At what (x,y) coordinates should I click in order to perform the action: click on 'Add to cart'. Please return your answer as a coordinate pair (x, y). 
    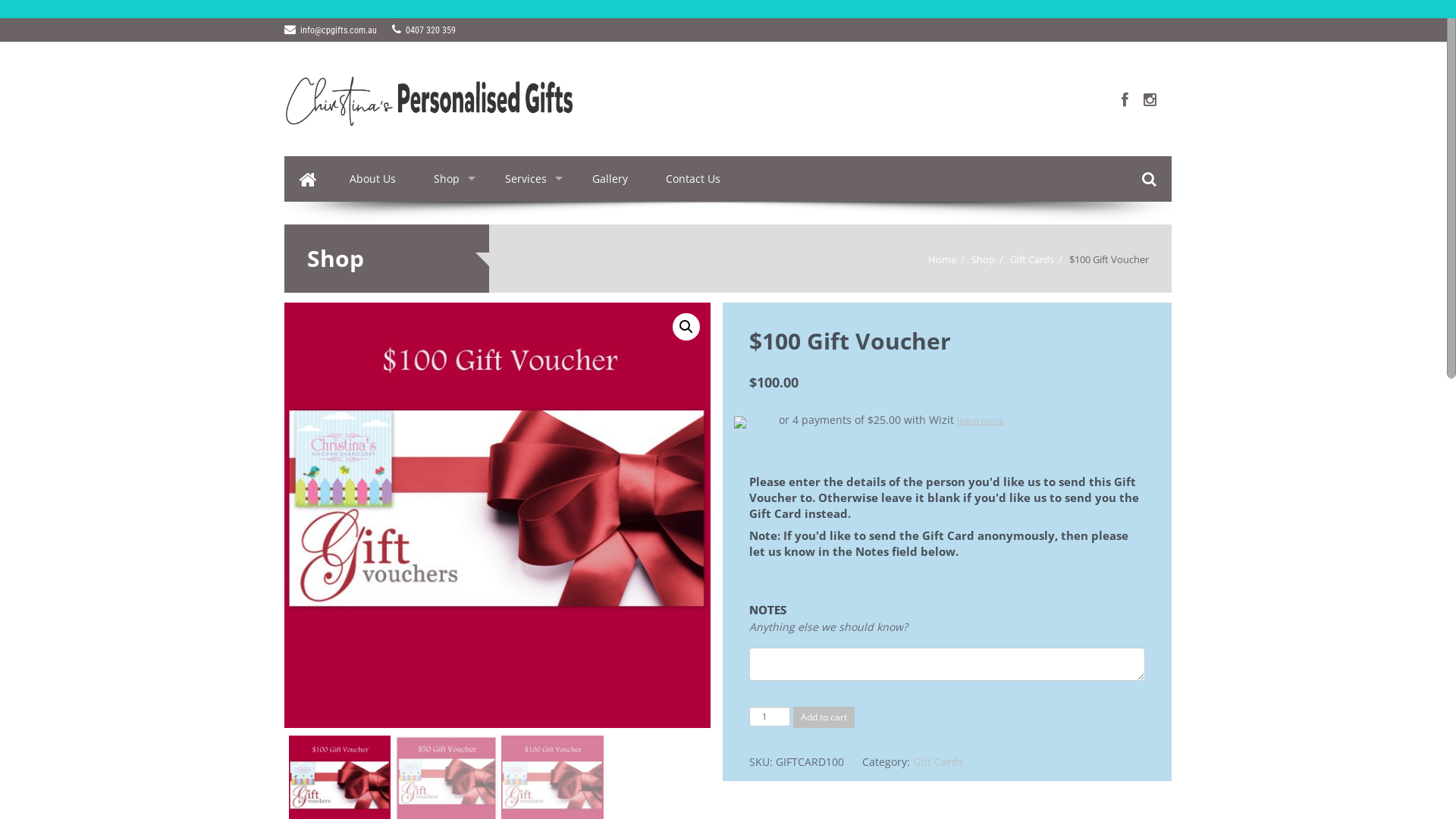
    Looking at the image, I should click on (792, 717).